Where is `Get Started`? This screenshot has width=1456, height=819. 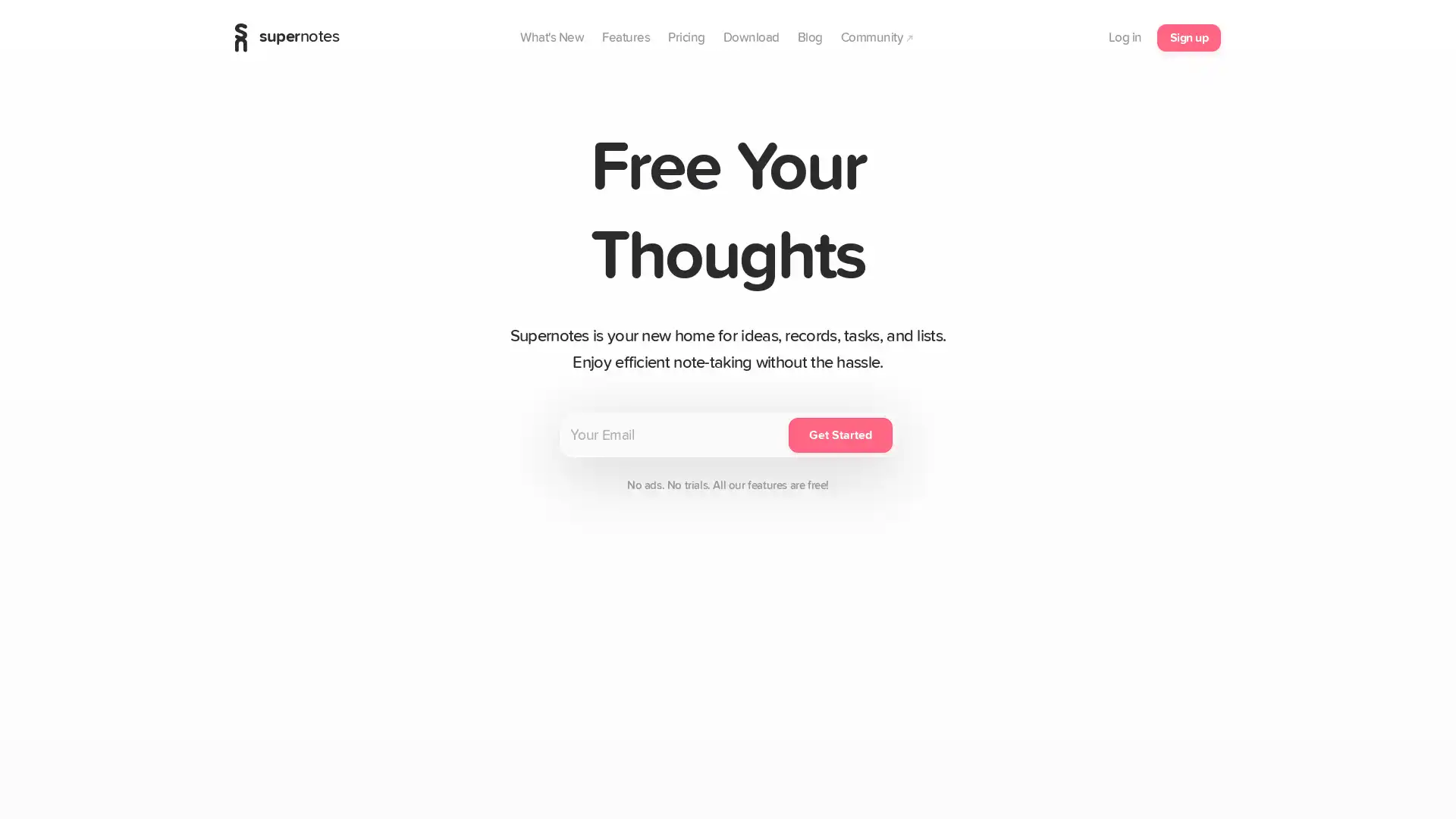 Get Started is located at coordinates (839, 435).